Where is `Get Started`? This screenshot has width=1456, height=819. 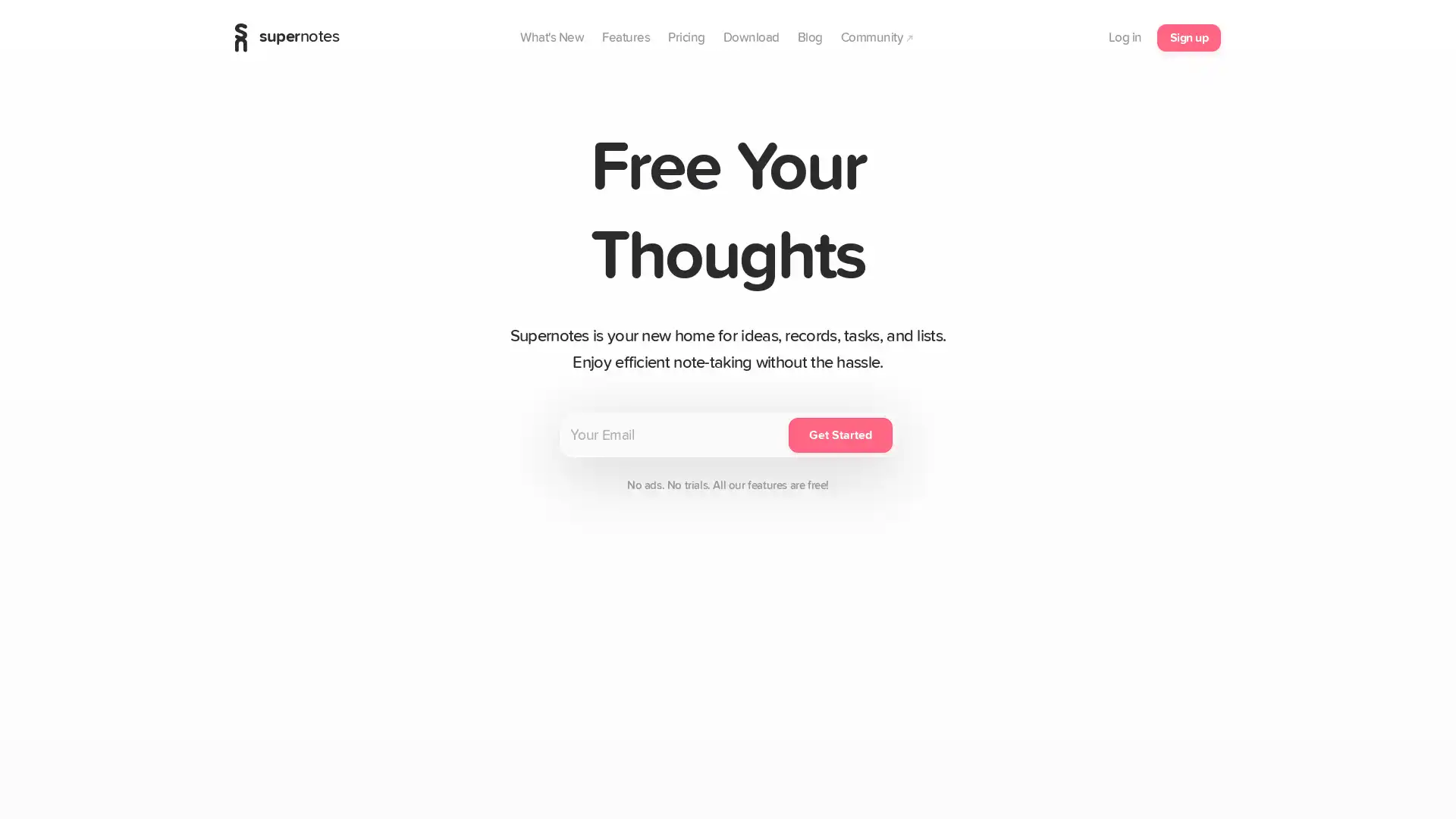 Get Started is located at coordinates (839, 435).